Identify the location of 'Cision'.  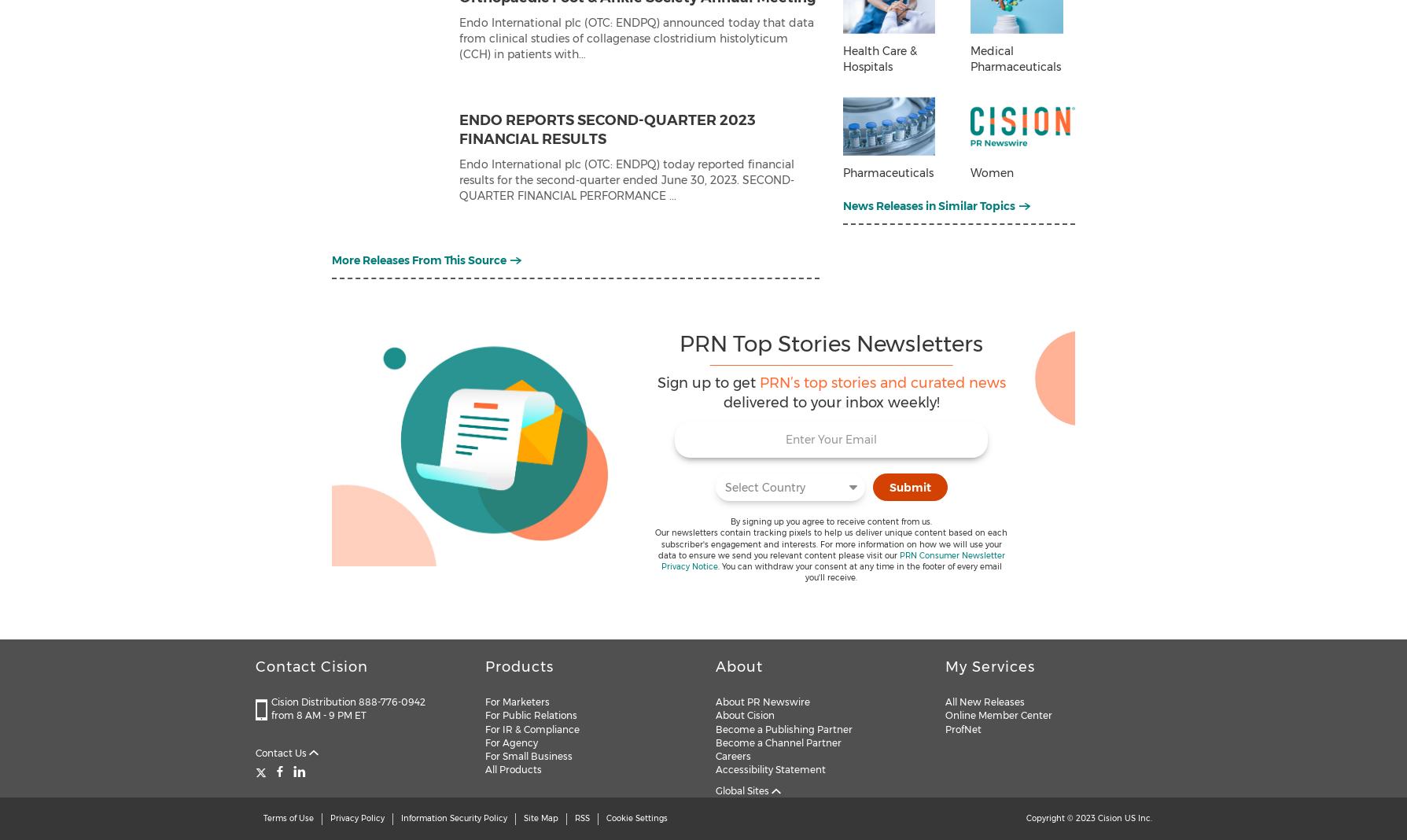
(1109, 818).